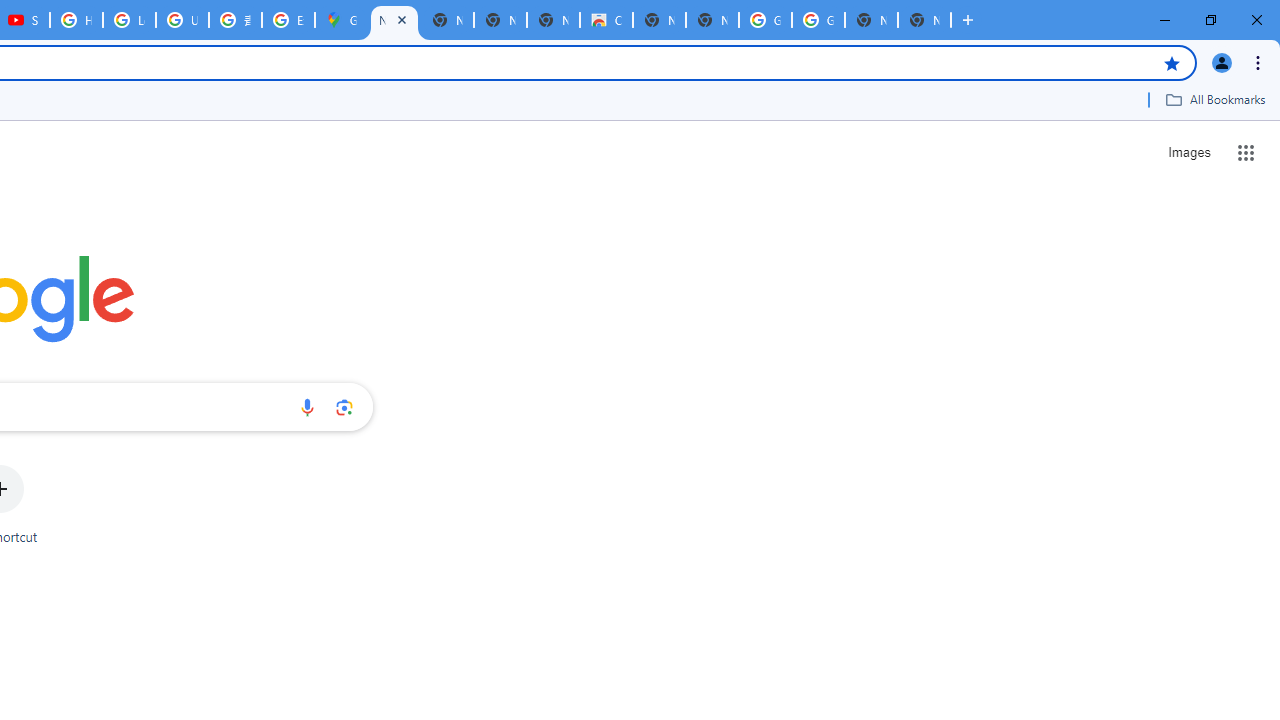 The width and height of the screenshot is (1280, 720). Describe the element at coordinates (287, 20) in the screenshot. I see `'Explore new street-level details - Google Maps Help'` at that location.